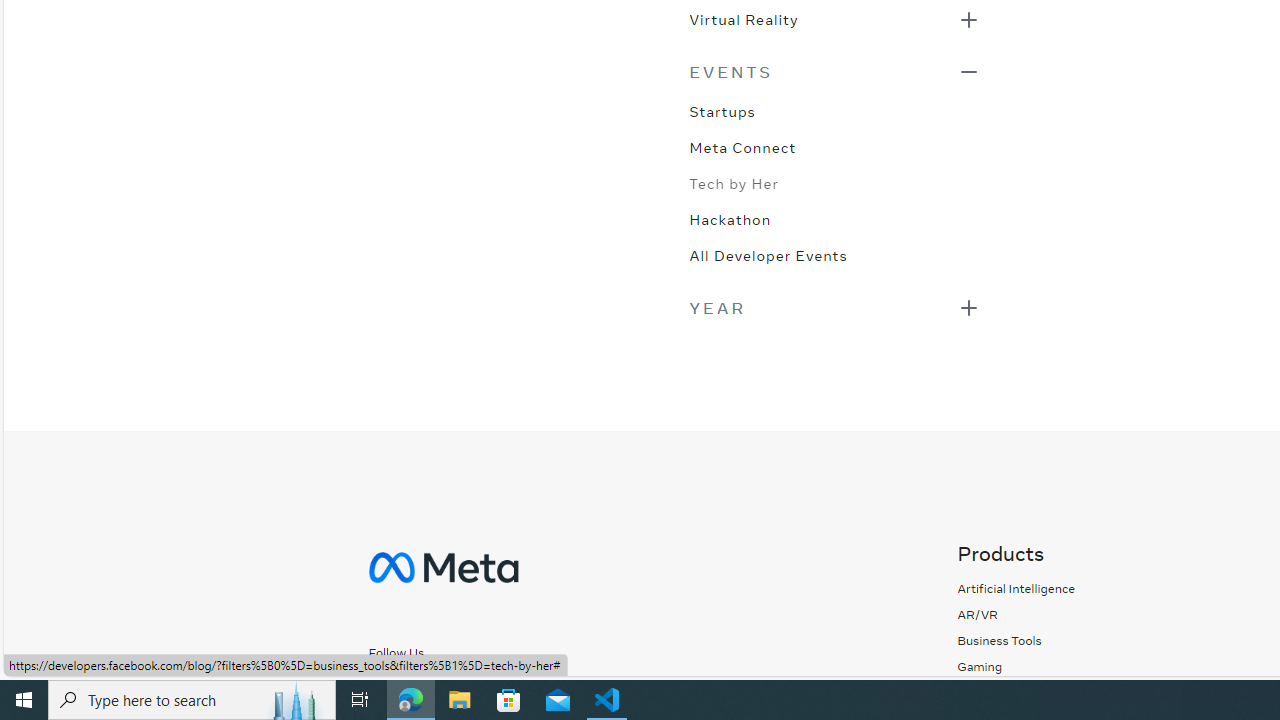 The image size is (1280, 720). Describe the element at coordinates (433, 687) in the screenshot. I see `'Follow us on Instagram'` at that location.